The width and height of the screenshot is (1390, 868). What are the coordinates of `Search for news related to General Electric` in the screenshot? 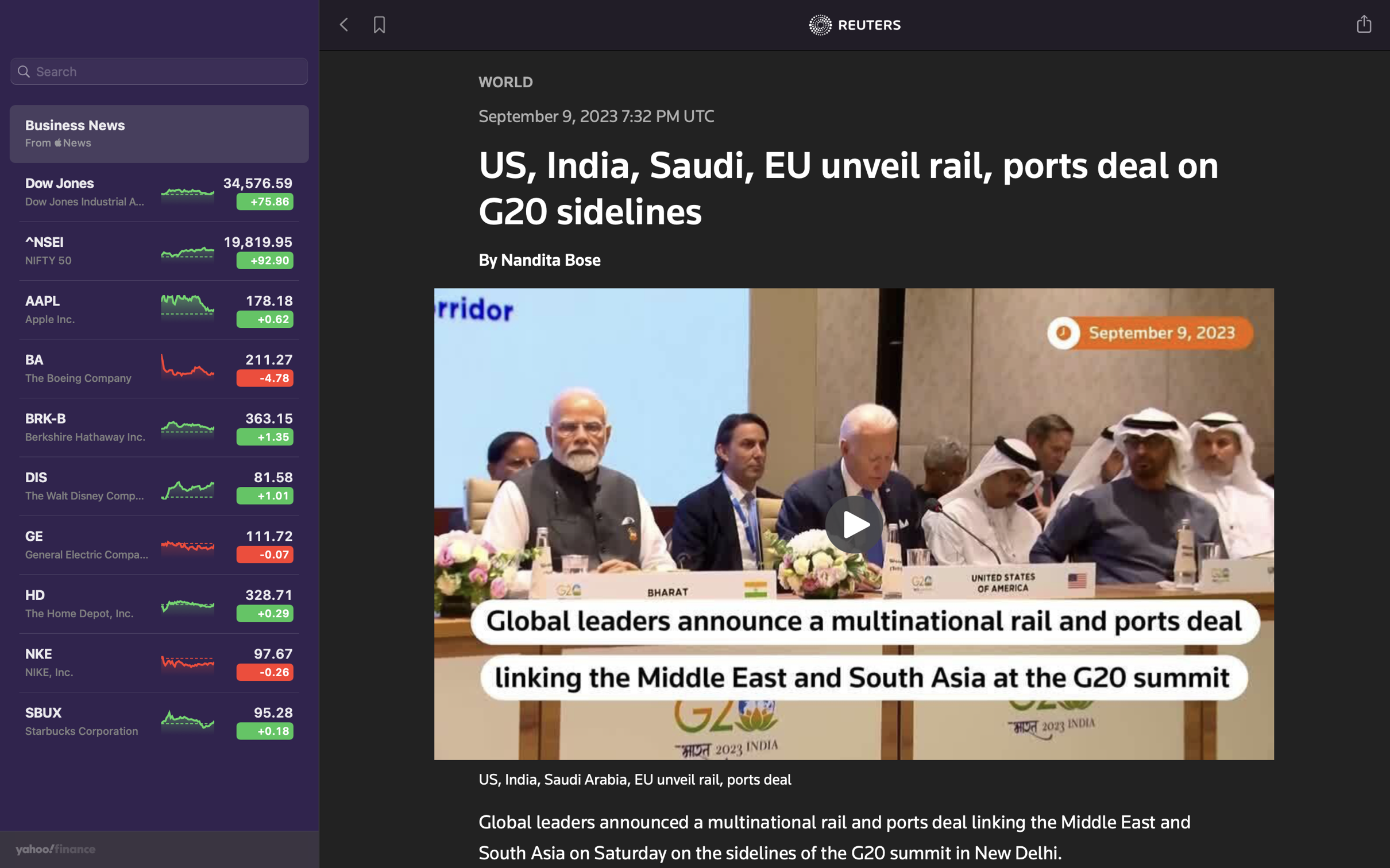 It's located at (160, 73).